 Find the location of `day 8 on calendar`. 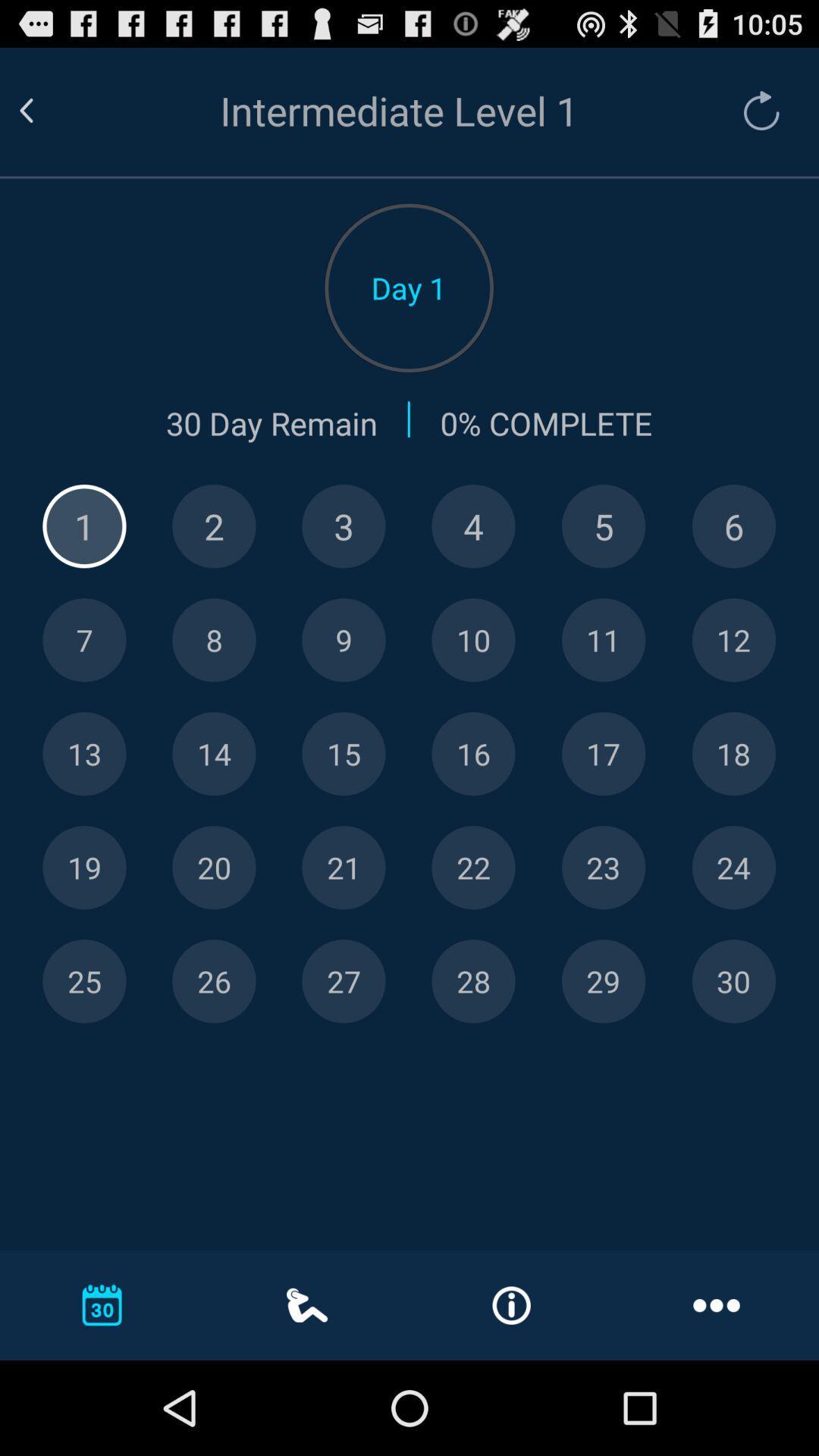

day 8 on calendar is located at coordinates (214, 640).